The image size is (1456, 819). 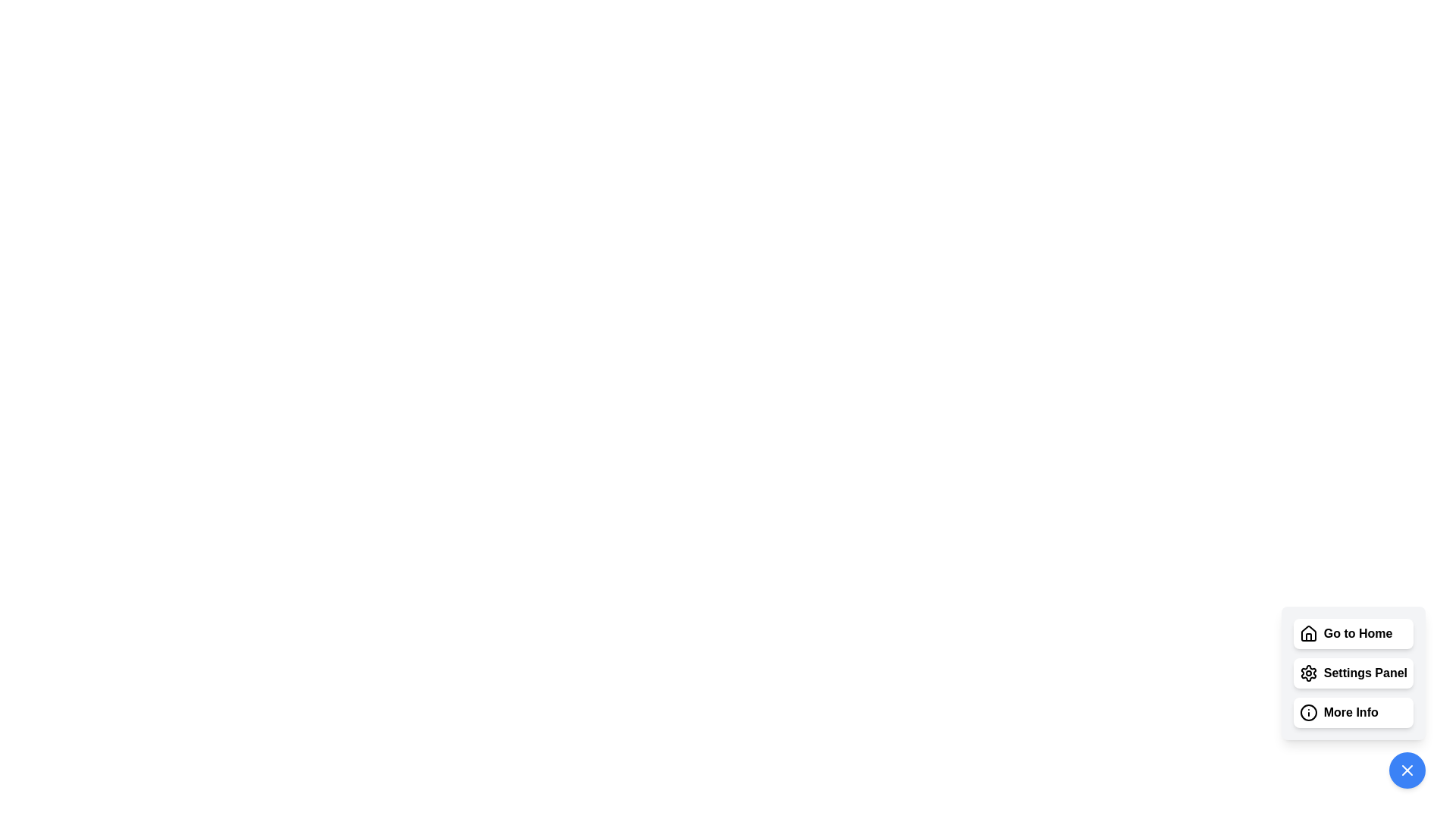 I want to click on the SVG graphical element resembling an 'X' located in the bottom-right corner of the interface, which is part of a button-like component, so click(x=1407, y=770).